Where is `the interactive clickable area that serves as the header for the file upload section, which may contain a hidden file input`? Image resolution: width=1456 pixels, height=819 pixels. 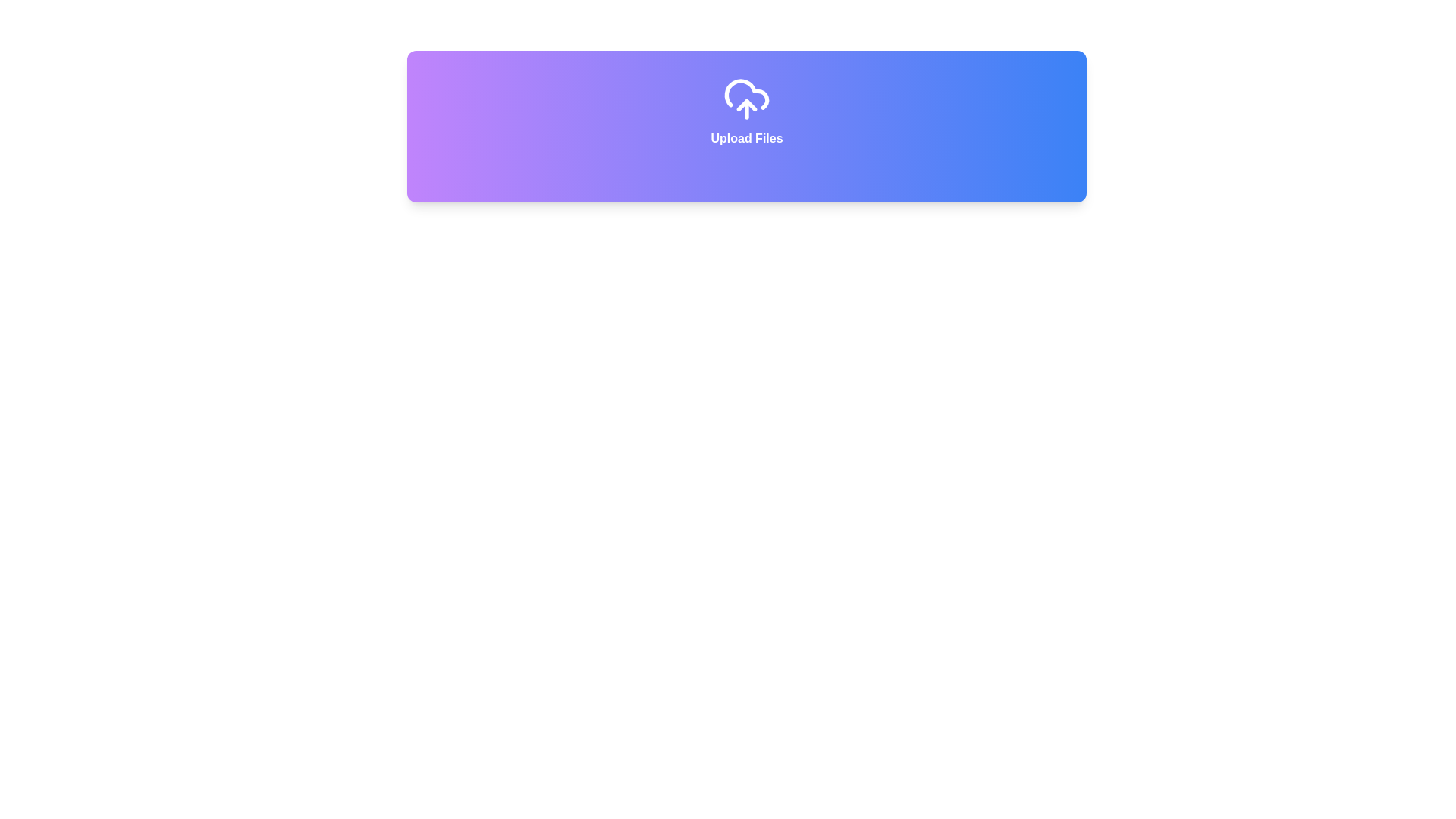 the interactive clickable area that serves as the header for the file upload section, which may contain a hidden file input is located at coordinates (746, 125).